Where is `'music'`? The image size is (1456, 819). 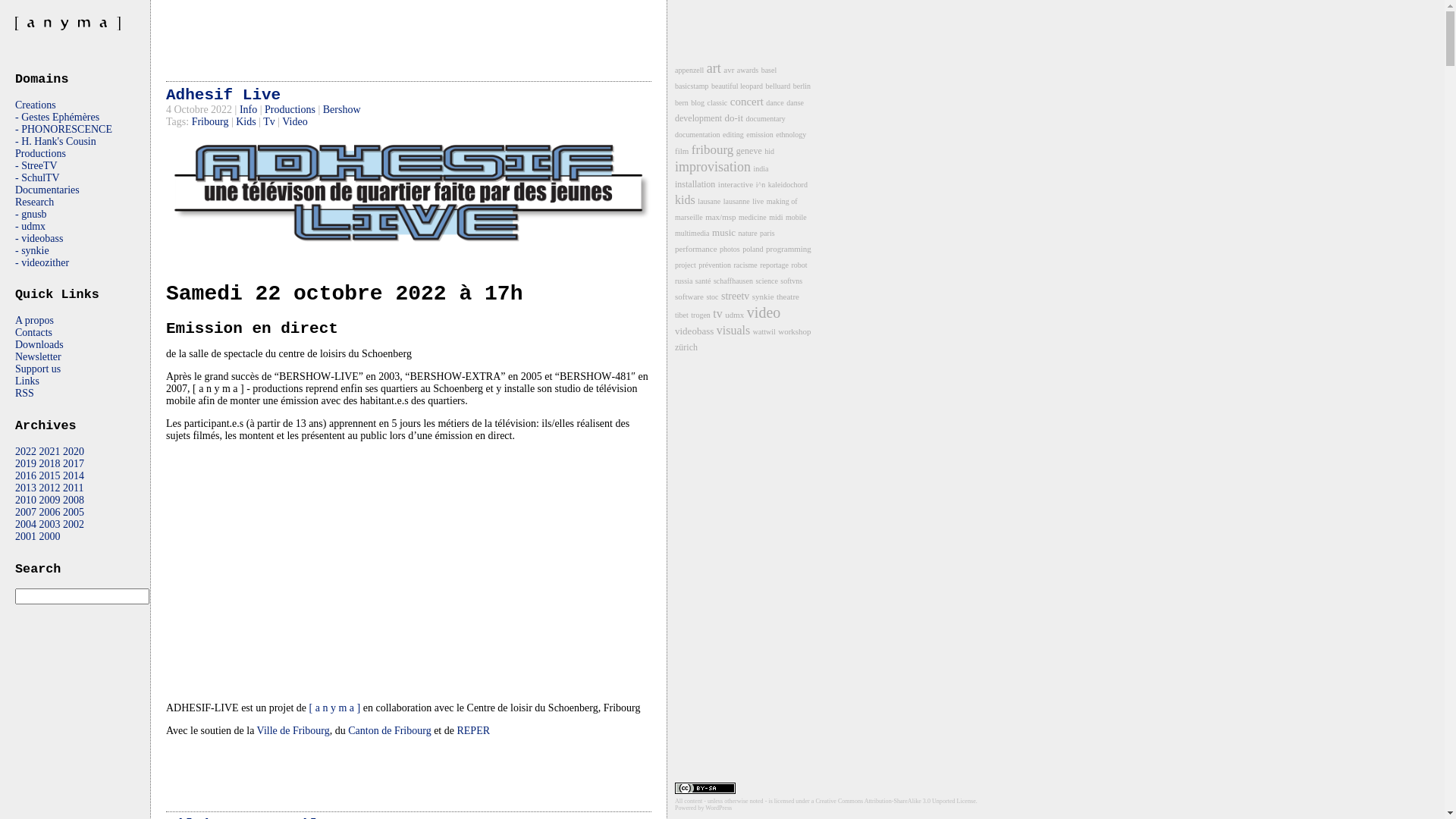 'music' is located at coordinates (723, 232).